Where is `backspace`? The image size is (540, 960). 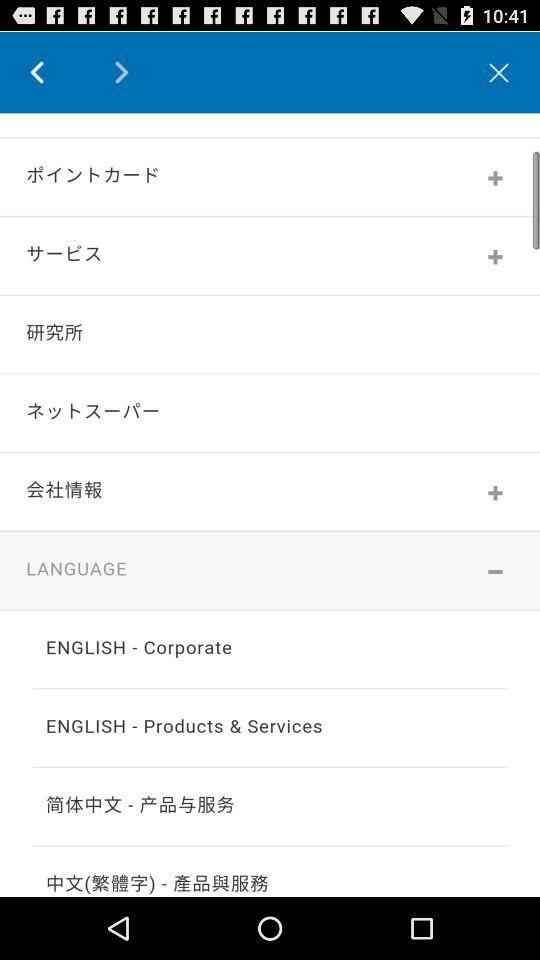
backspace is located at coordinates (52, 72).